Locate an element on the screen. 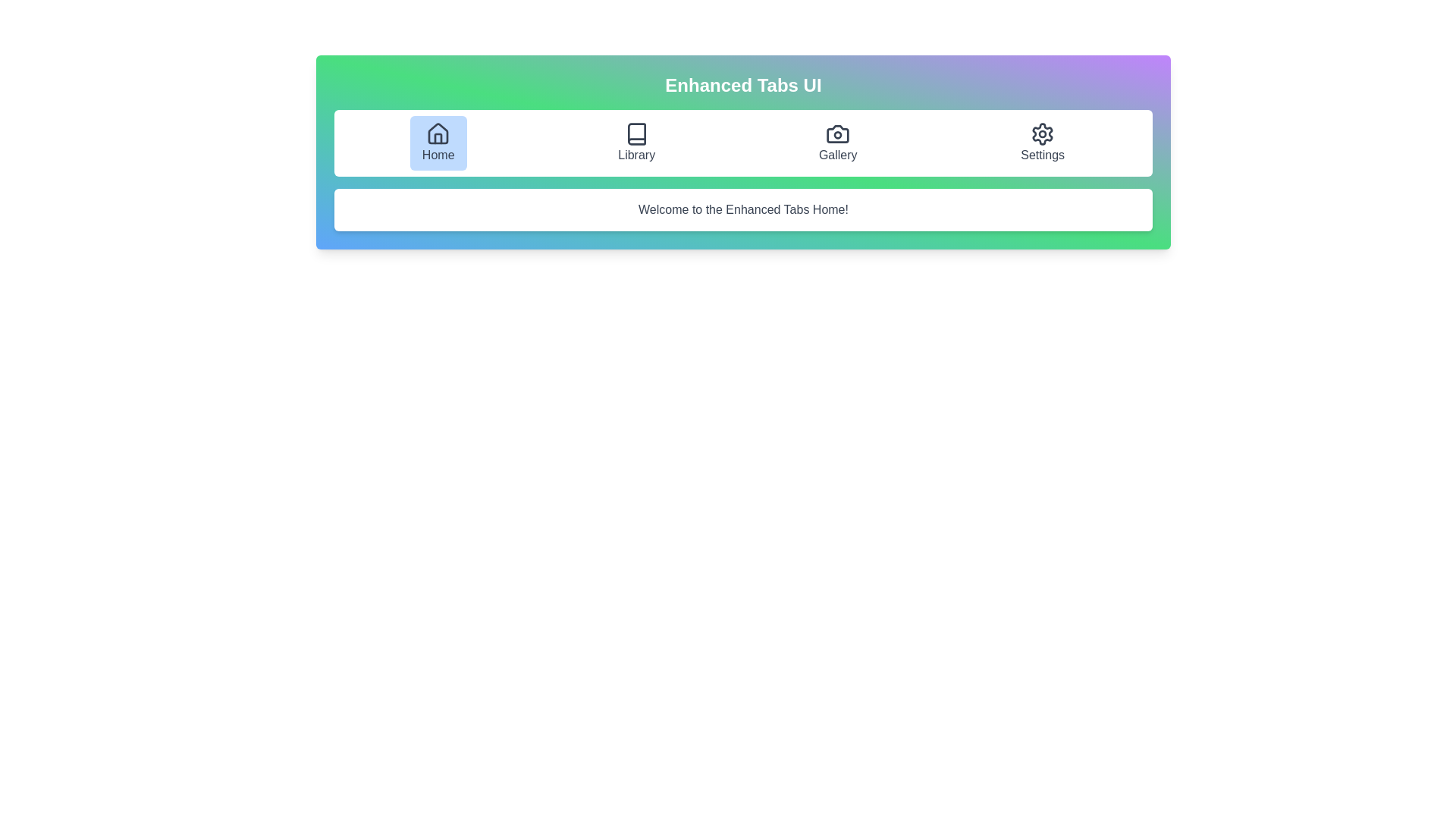  the tab labeled Settings is located at coordinates (1042, 143).